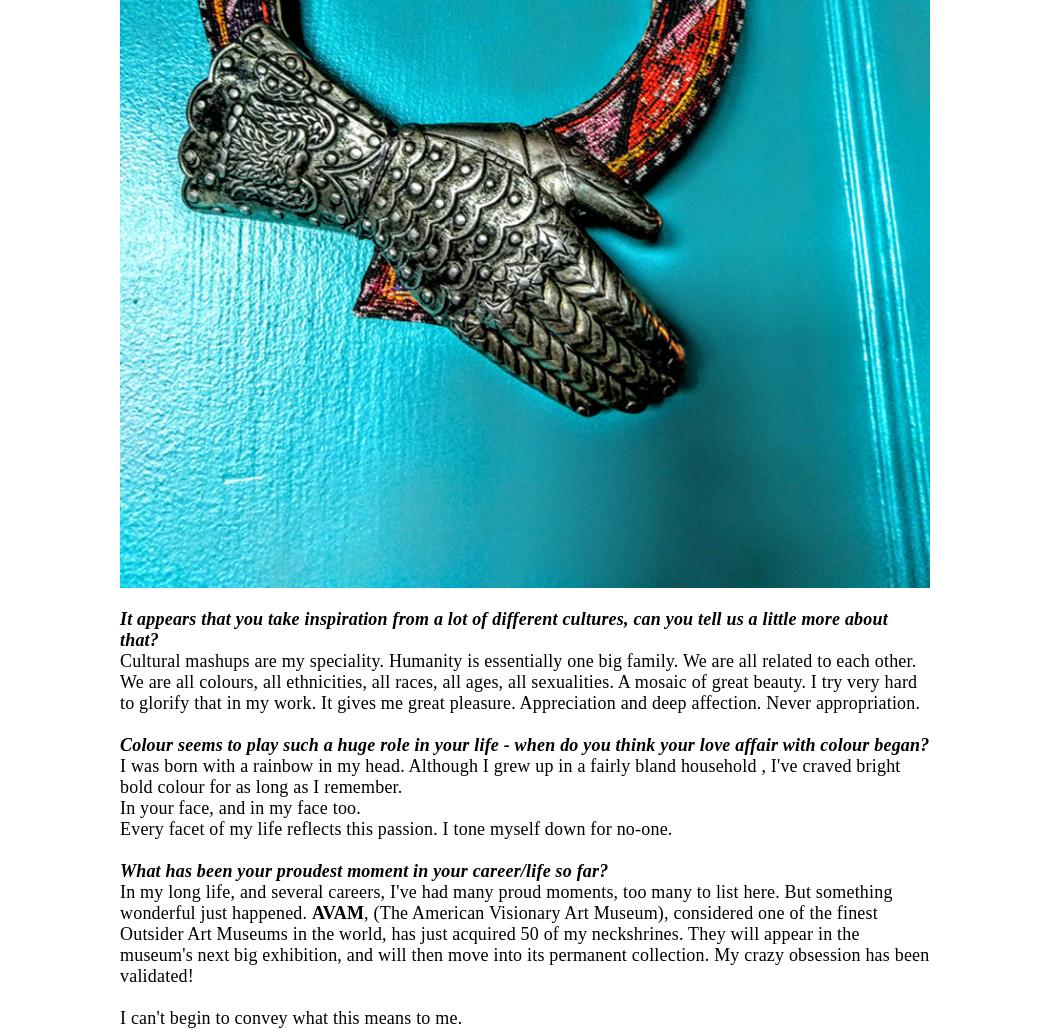 This screenshot has height=1028, width=1050. I want to click on 'Colour seems to play such a huge role in your life - when do you think your love affair with colour began?', so click(119, 742).